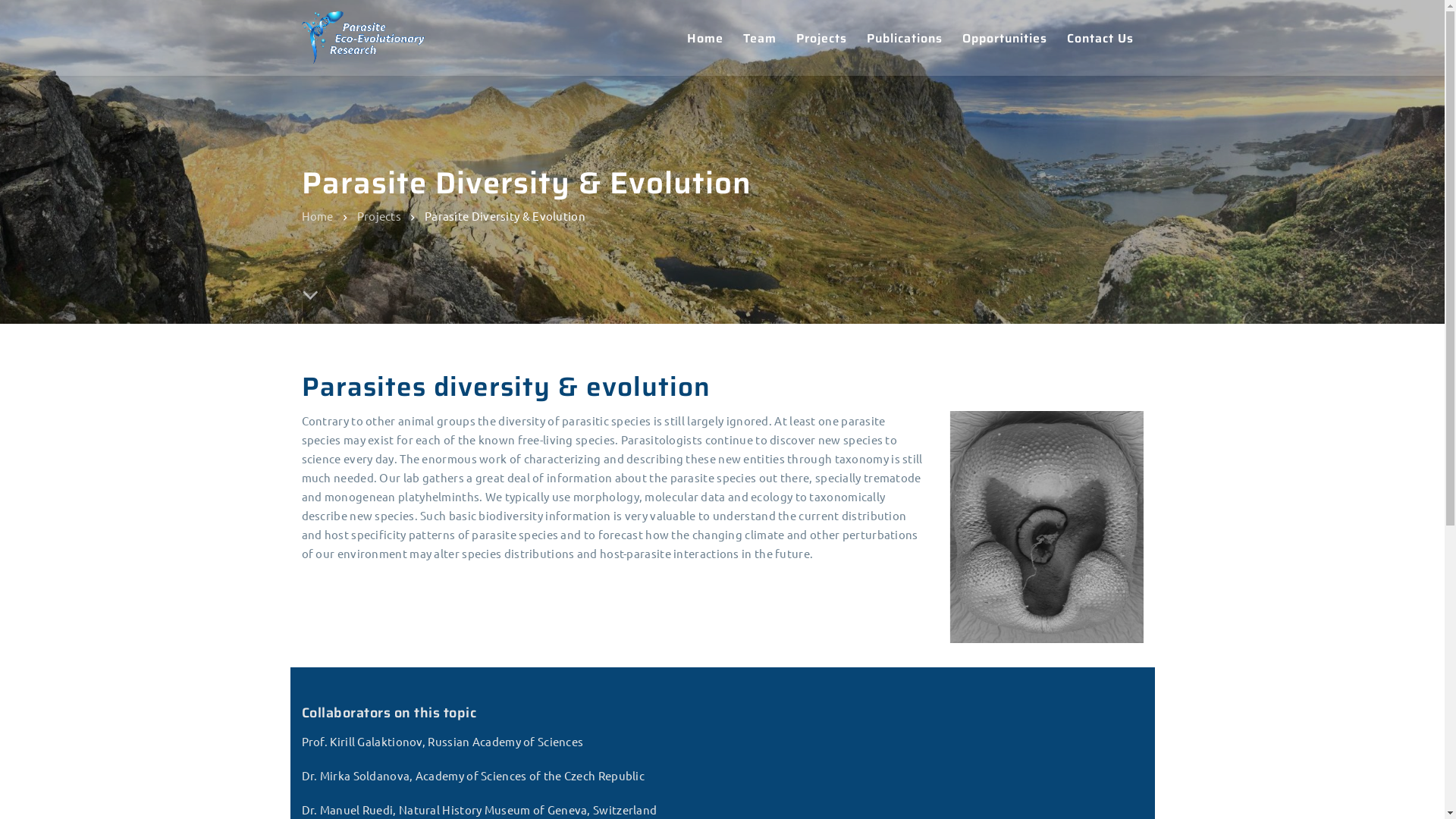  What do you see at coordinates (617, 596) in the screenshot?
I see `'Team'` at bounding box center [617, 596].